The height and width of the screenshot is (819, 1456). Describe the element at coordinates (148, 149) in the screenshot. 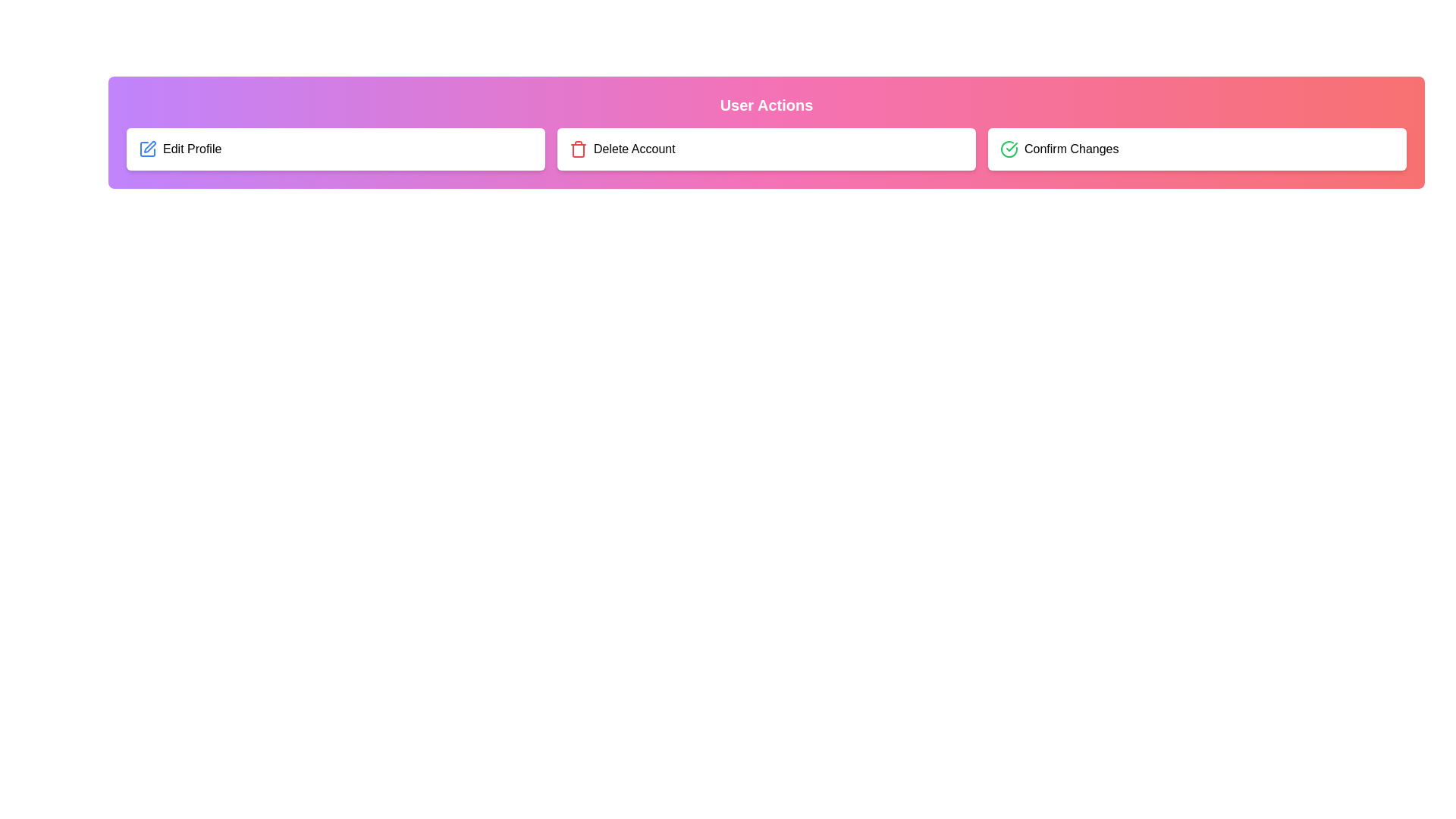

I see `the small square-shaped blue icon with a pen symbol, which is the first item in the 'Edit Profile' group, located to the left of the text 'Edit Profile.'` at that location.